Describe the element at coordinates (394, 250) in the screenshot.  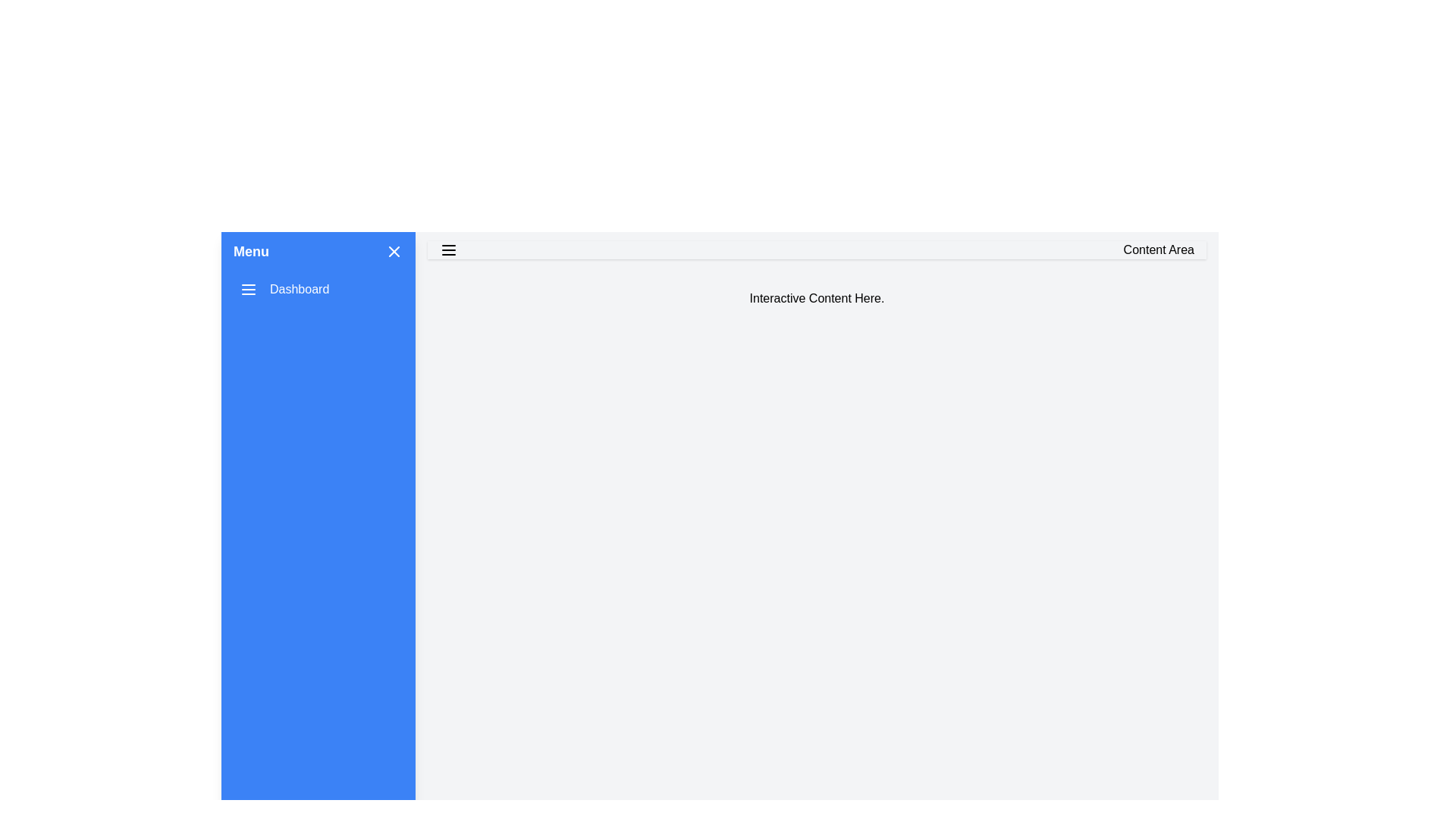
I see `the close button (X) to toggle the sidebar visibility` at that location.